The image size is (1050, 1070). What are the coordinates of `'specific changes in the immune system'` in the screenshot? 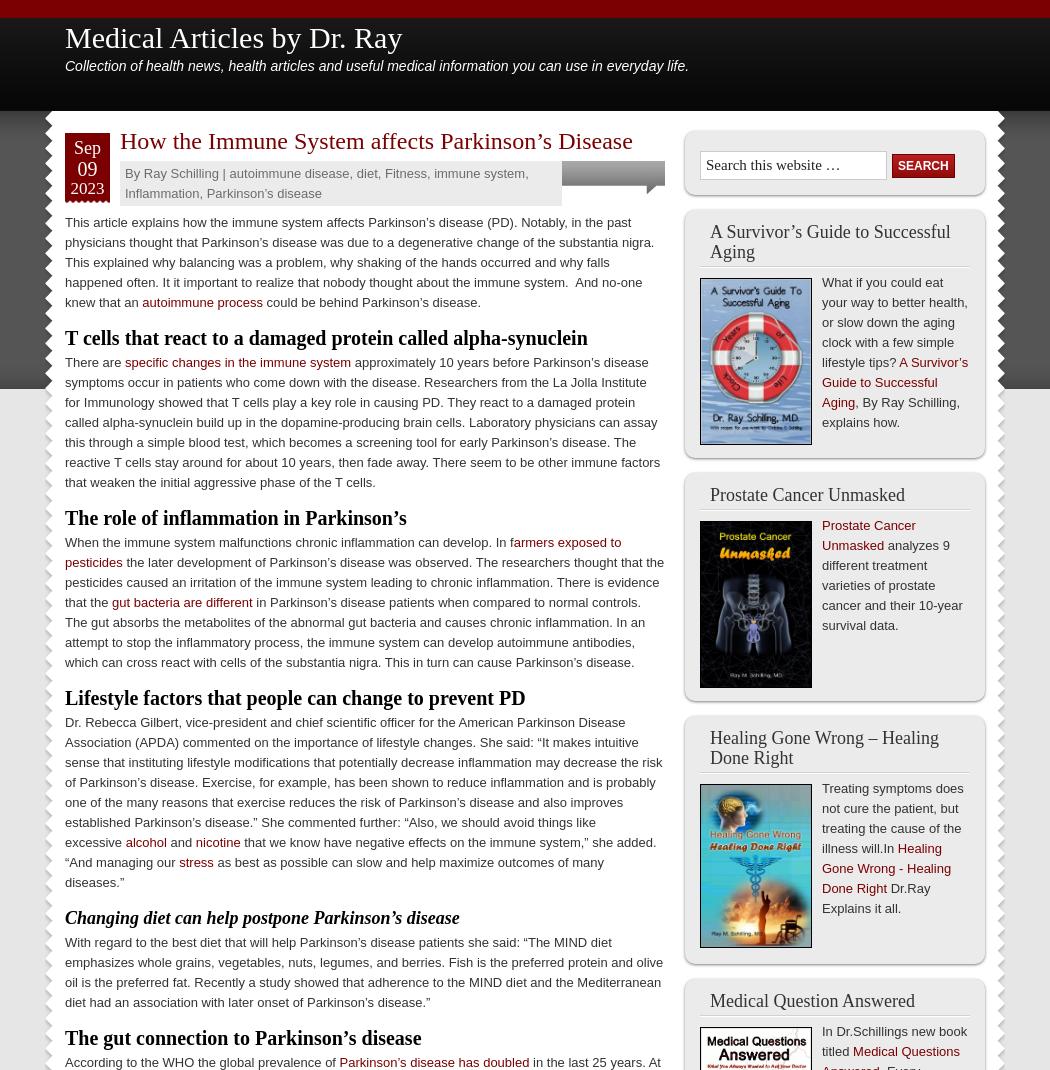 It's located at (237, 361).